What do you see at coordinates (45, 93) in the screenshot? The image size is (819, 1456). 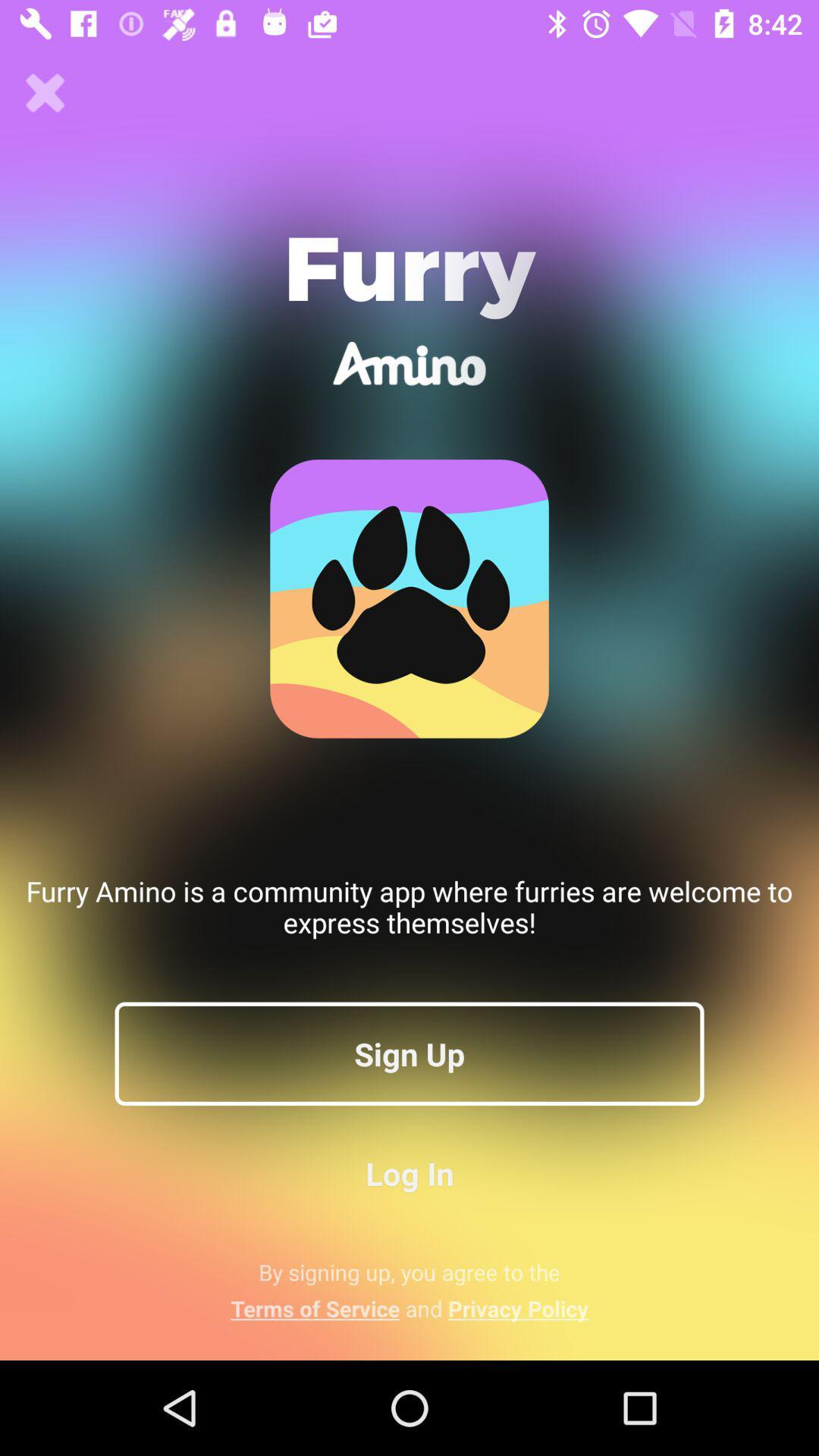 I see `the close icon` at bounding box center [45, 93].